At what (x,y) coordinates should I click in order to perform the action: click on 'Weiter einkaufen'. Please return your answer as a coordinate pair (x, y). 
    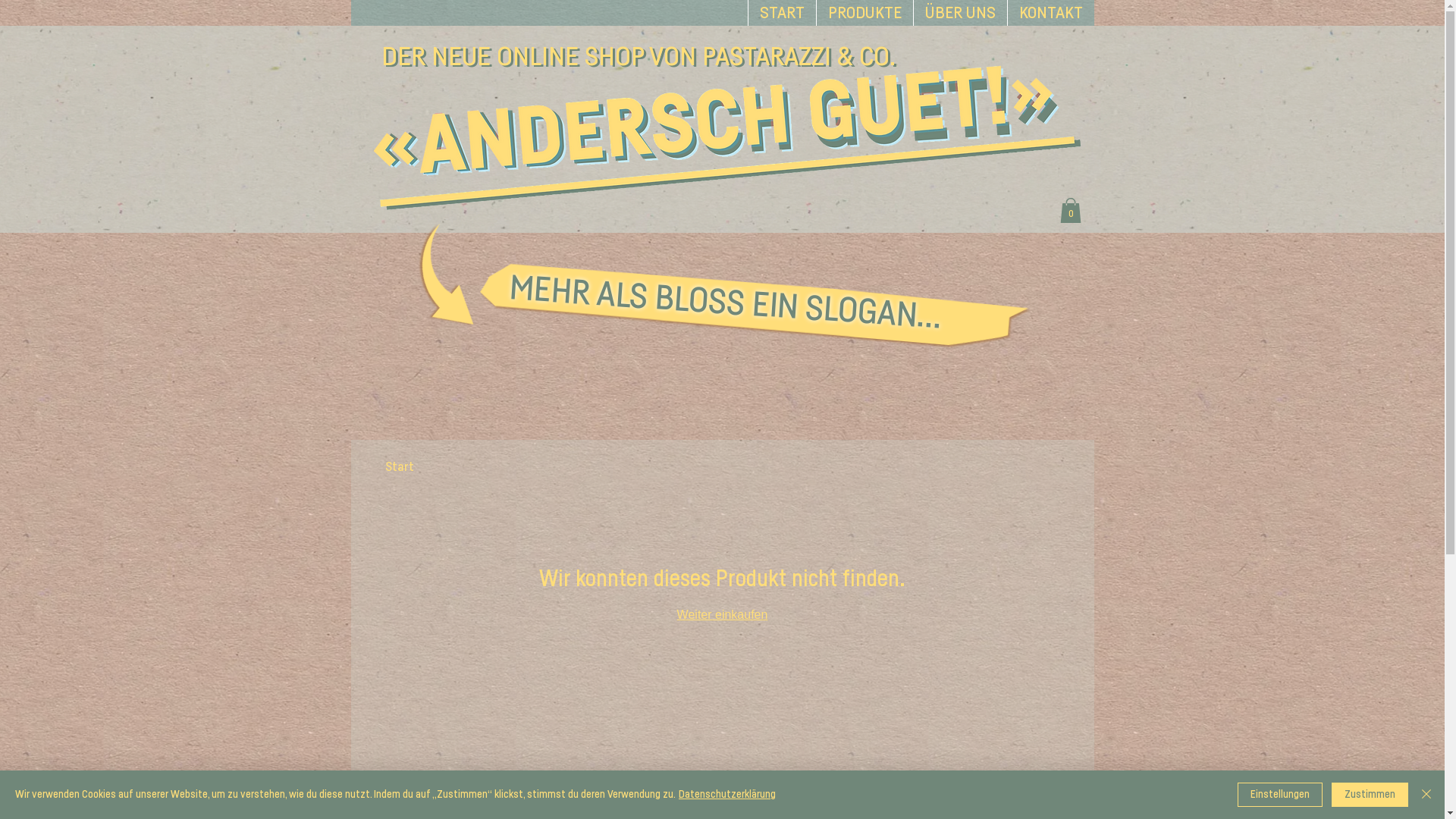
    Looking at the image, I should click on (722, 614).